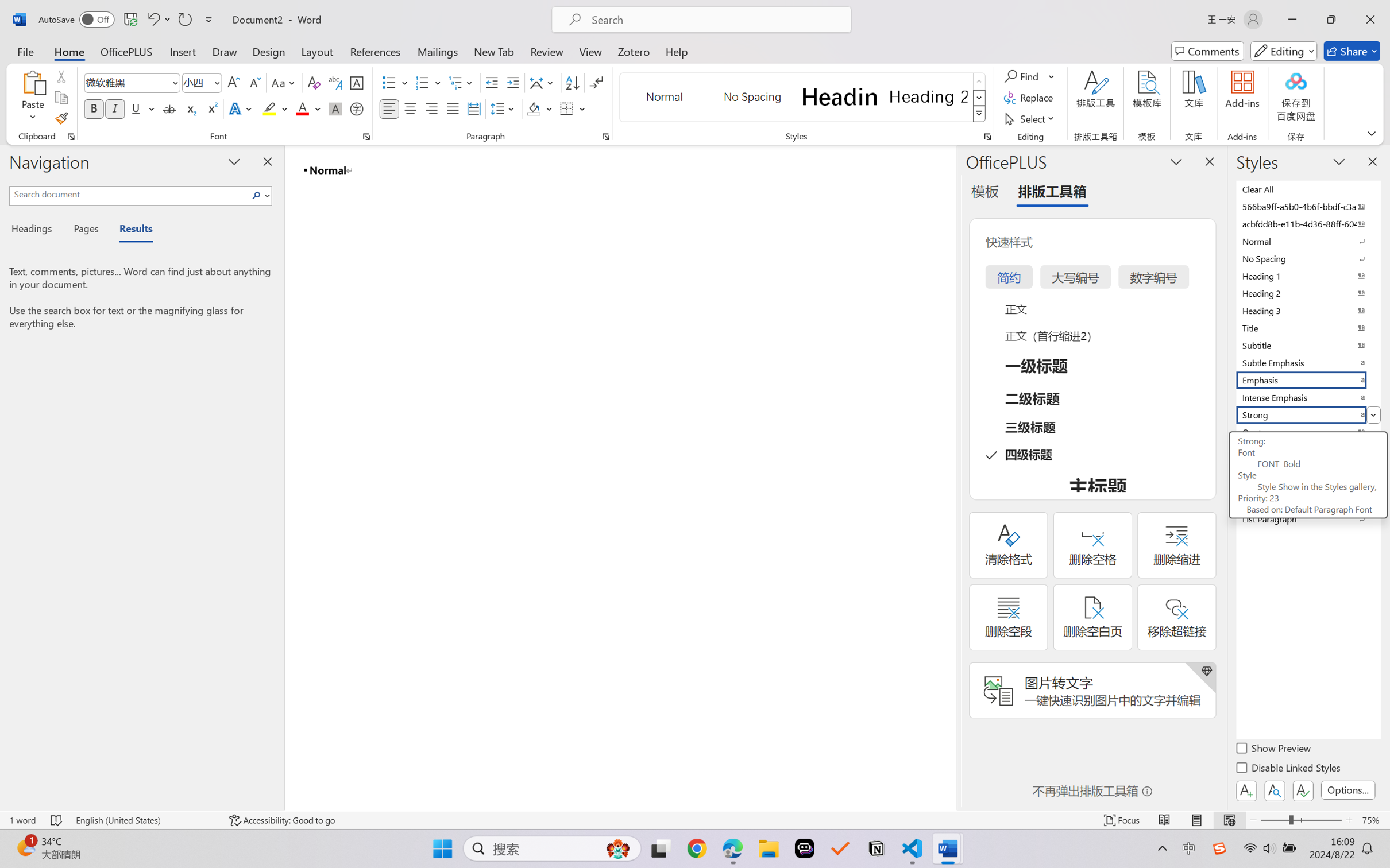  Describe the element at coordinates (35, 230) in the screenshot. I see `'Headings'` at that location.